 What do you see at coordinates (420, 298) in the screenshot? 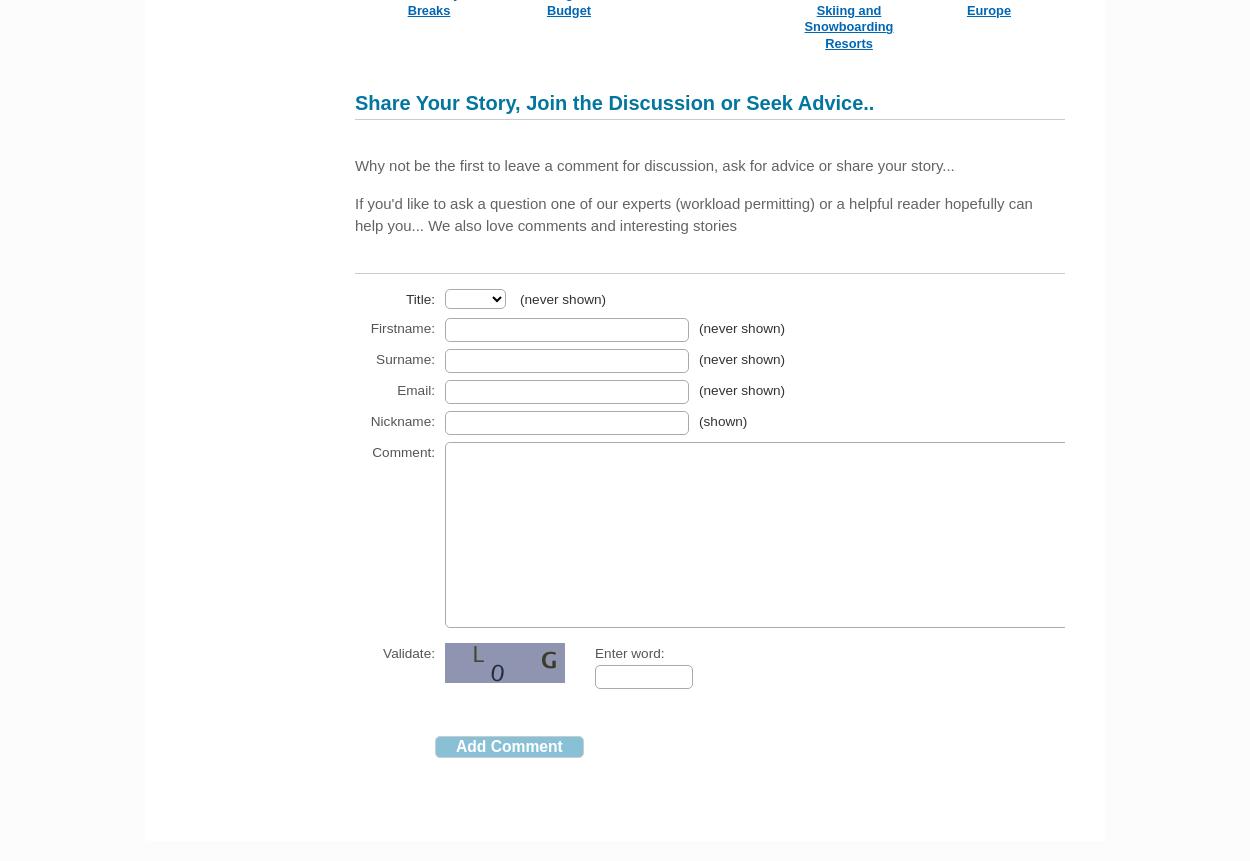
I see `'Title:'` at bounding box center [420, 298].